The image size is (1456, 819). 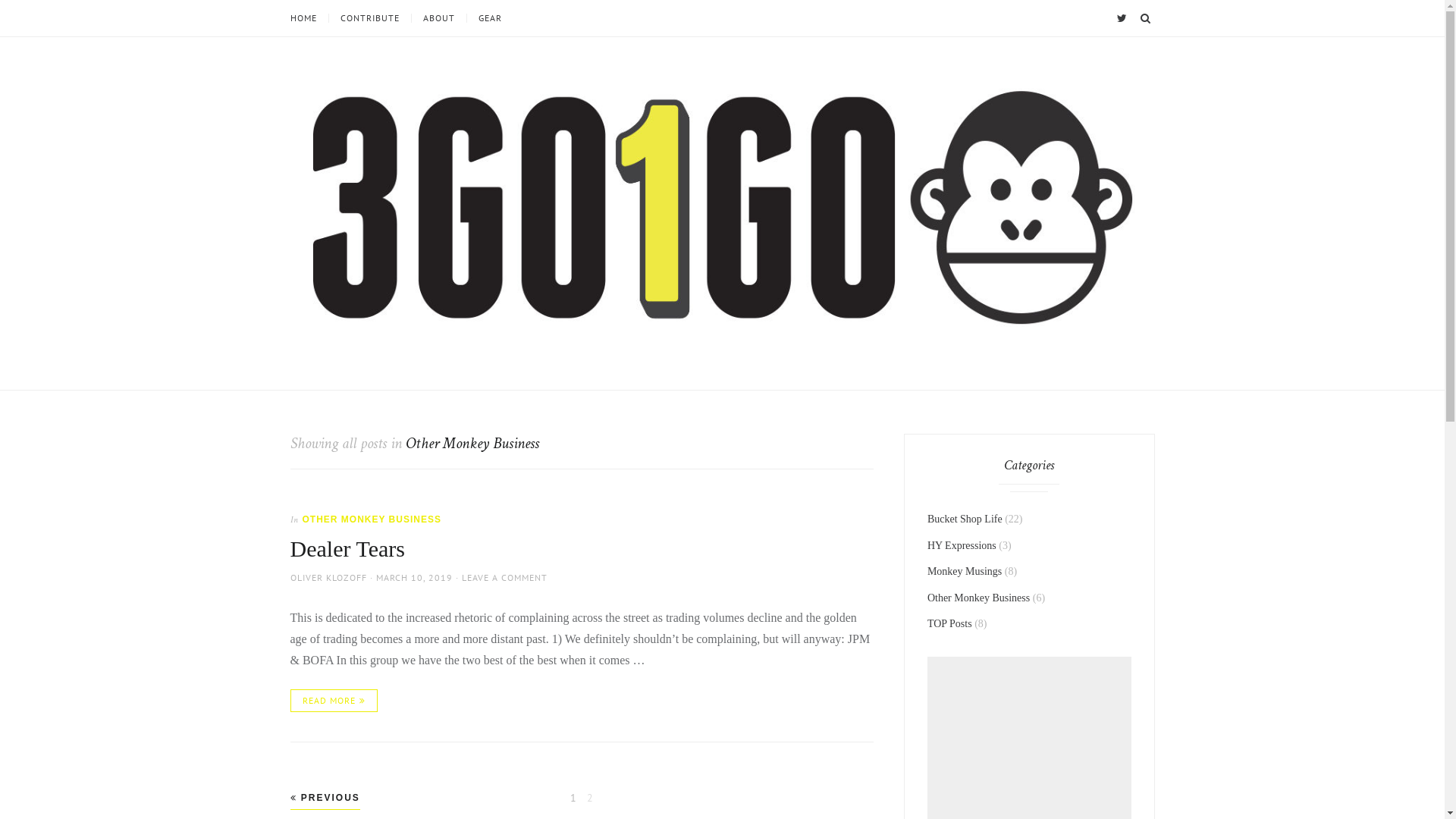 What do you see at coordinates (342, 366) in the screenshot?
I see `'3Go1Go Securities'` at bounding box center [342, 366].